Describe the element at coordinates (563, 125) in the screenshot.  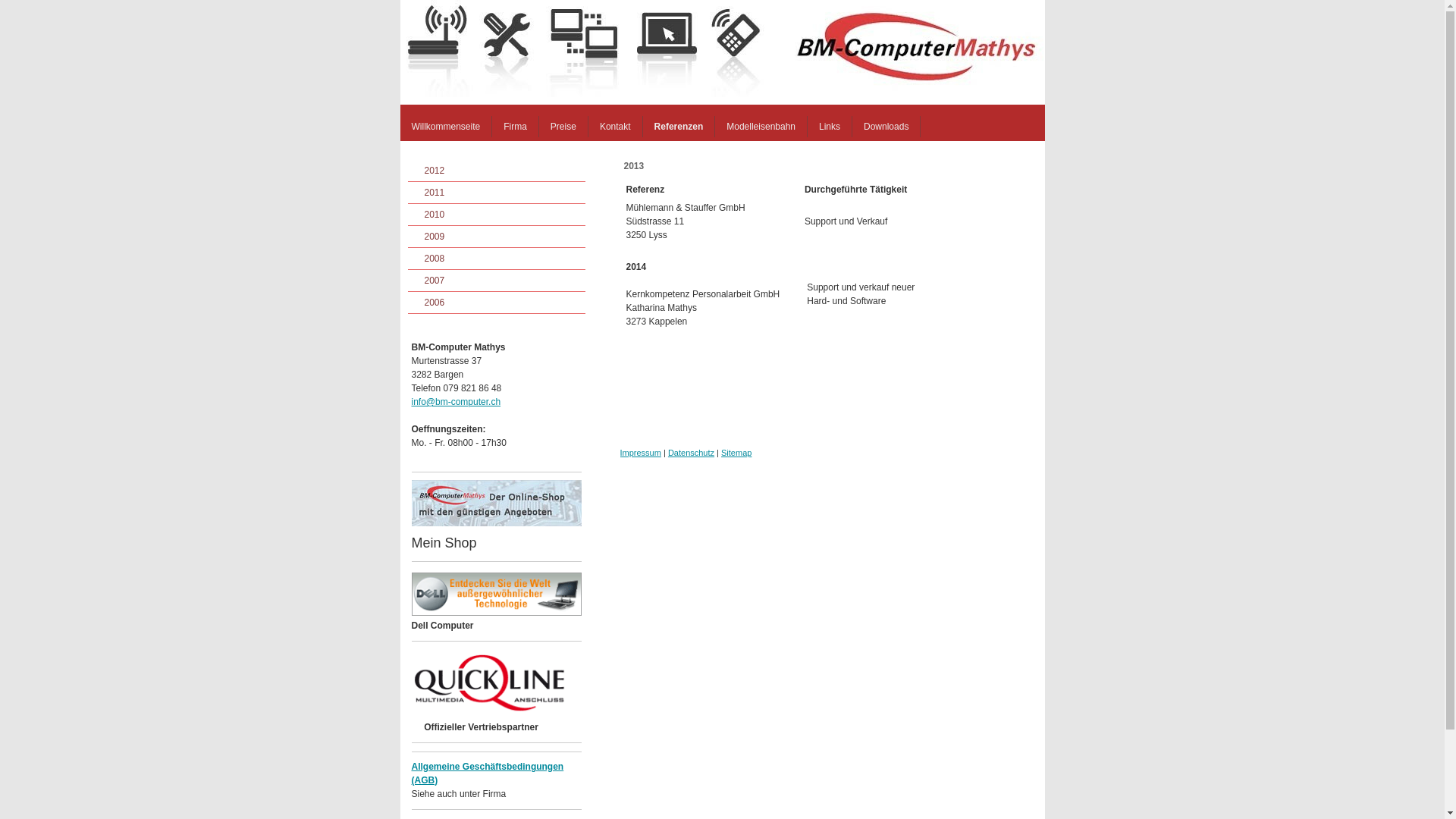
I see `'Preise'` at that location.